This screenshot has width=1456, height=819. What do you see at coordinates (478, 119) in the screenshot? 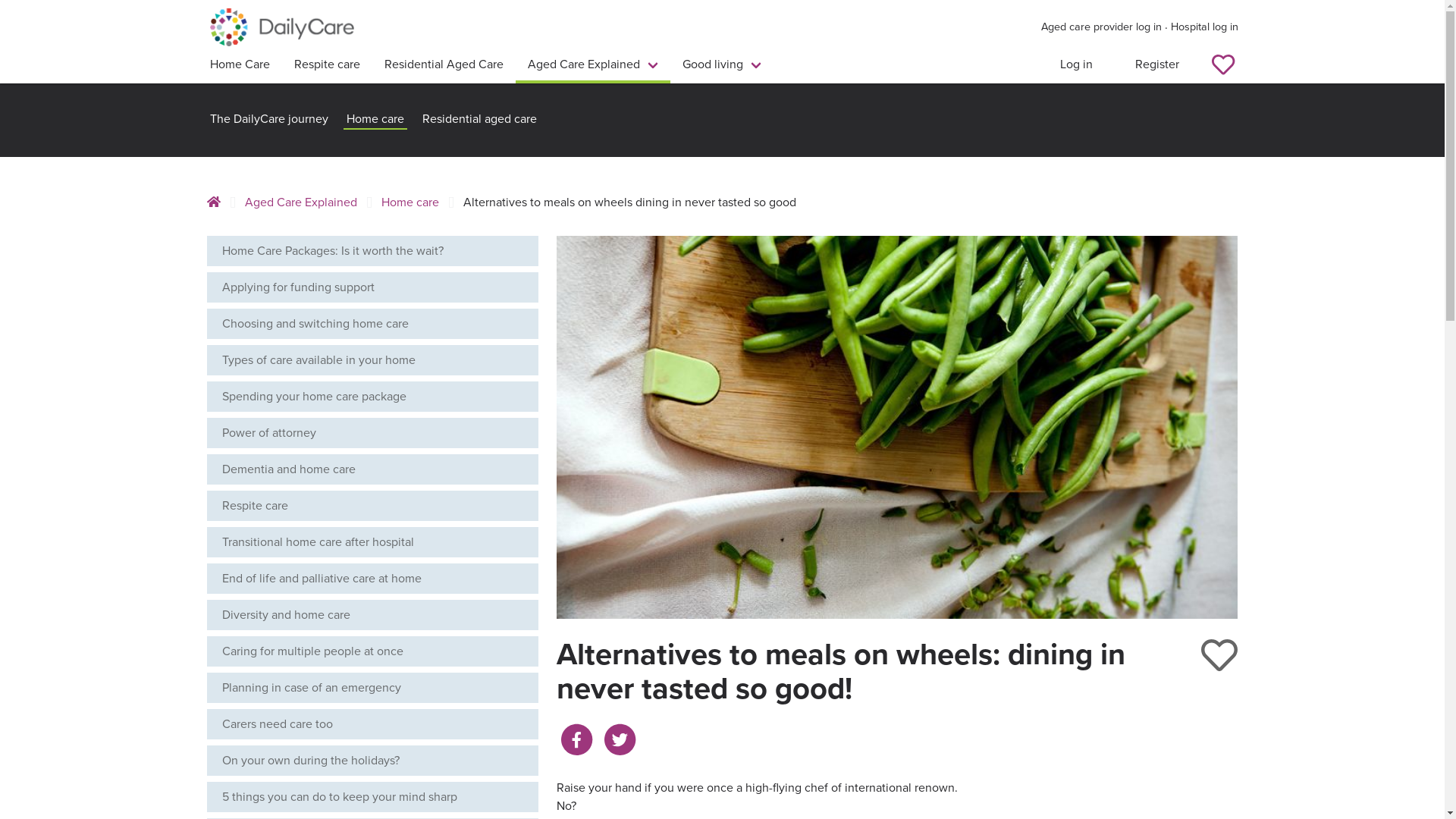
I see `'Residential aged care'` at bounding box center [478, 119].